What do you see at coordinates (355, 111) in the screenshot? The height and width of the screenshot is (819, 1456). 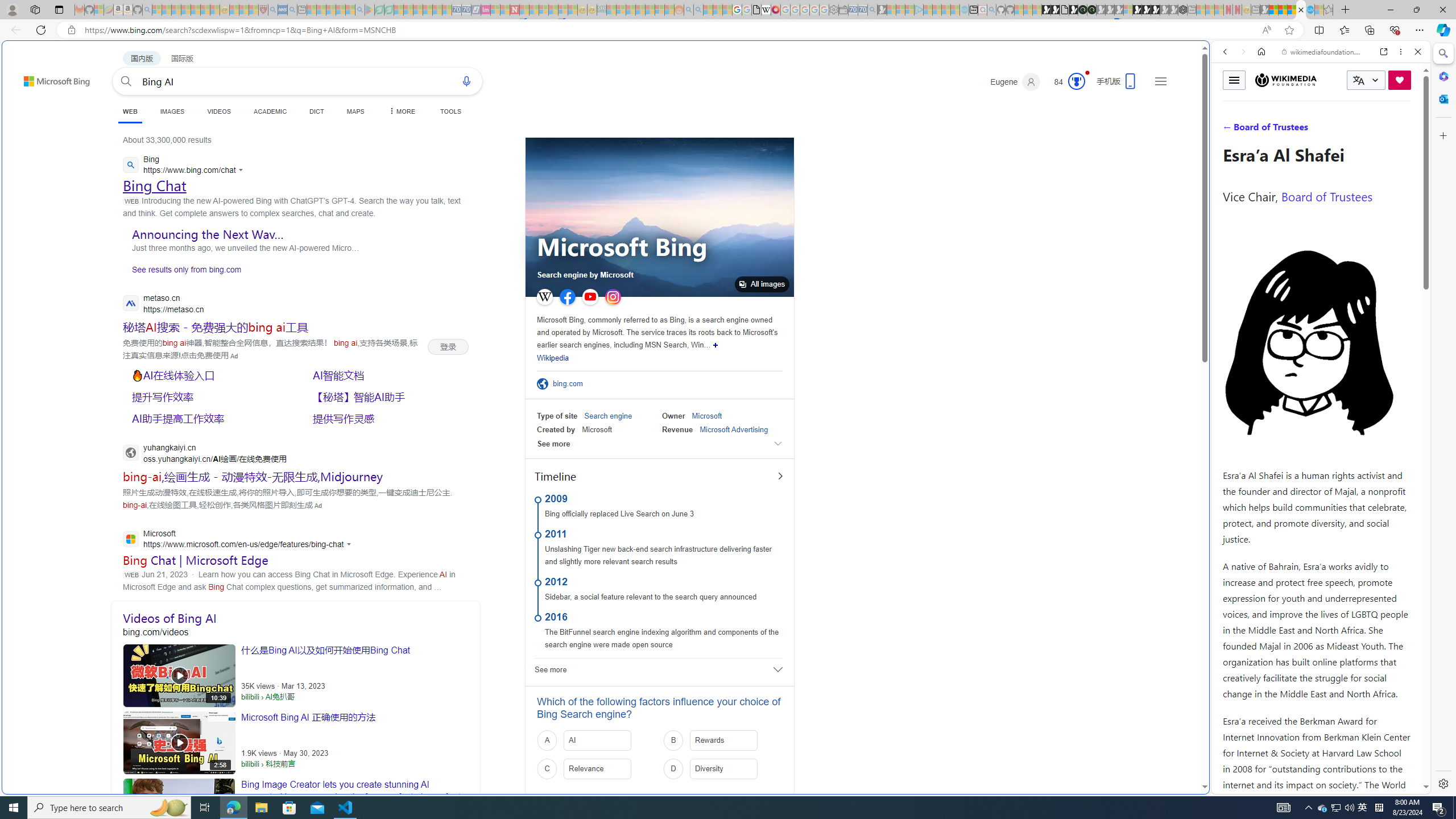 I see `'MAPS'` at bounding box center [355, 111].